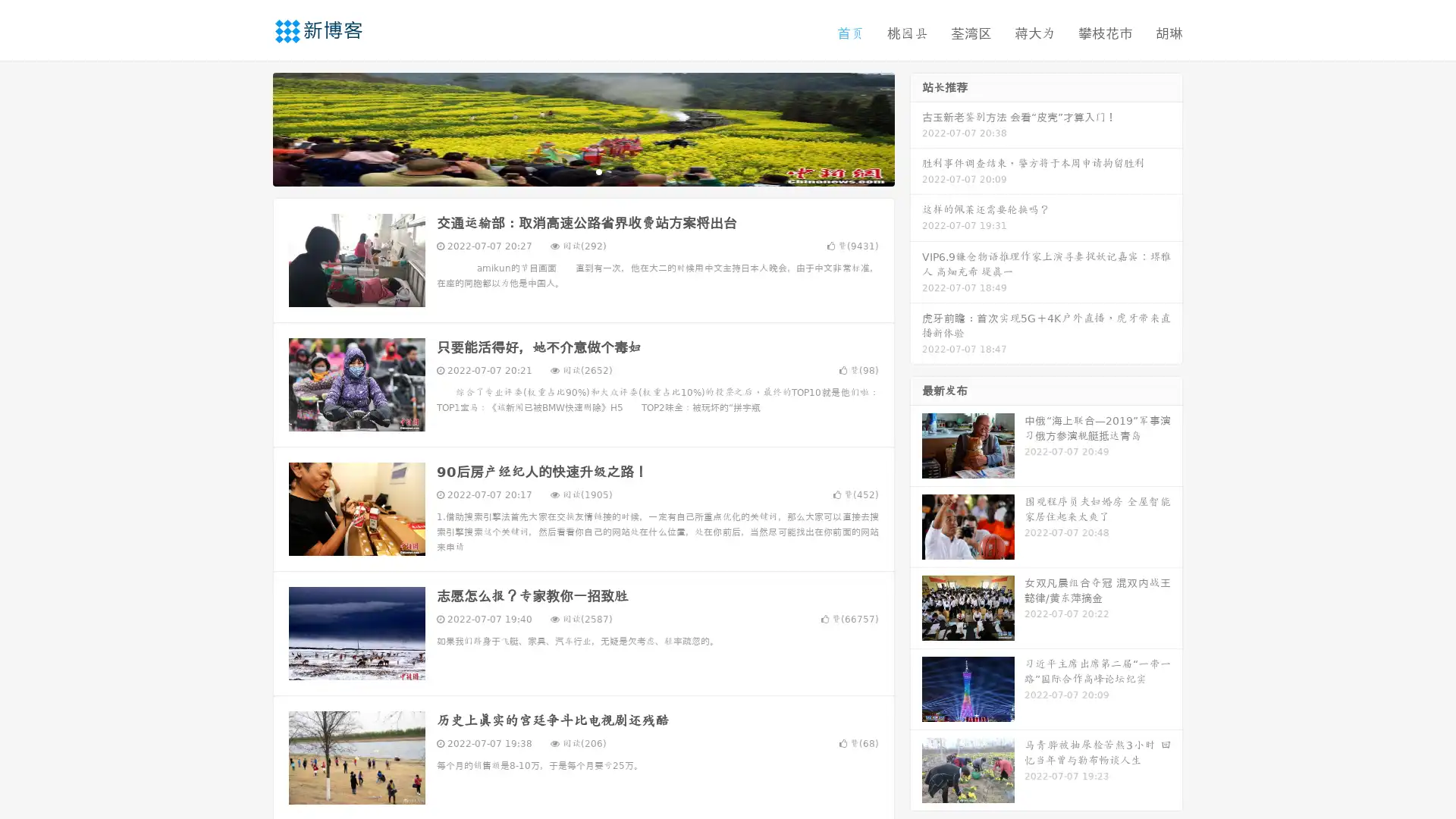 The image size is (1456, 819). Describe the element at coordinates (598, 171) in the screenshot. I see `Go to slide 3` at that location.